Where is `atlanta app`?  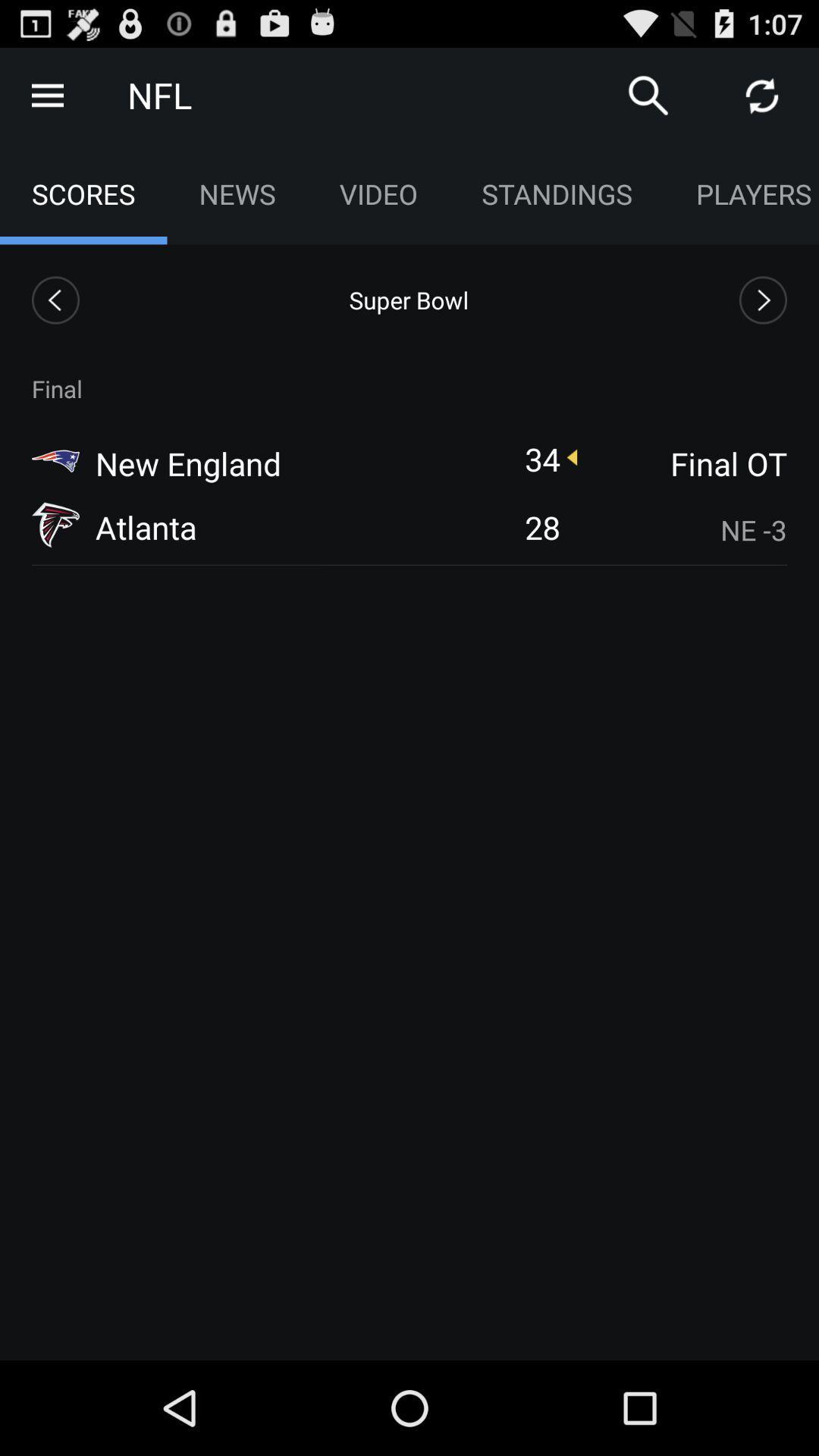 atlanta app is located at coordinates (146, 527).